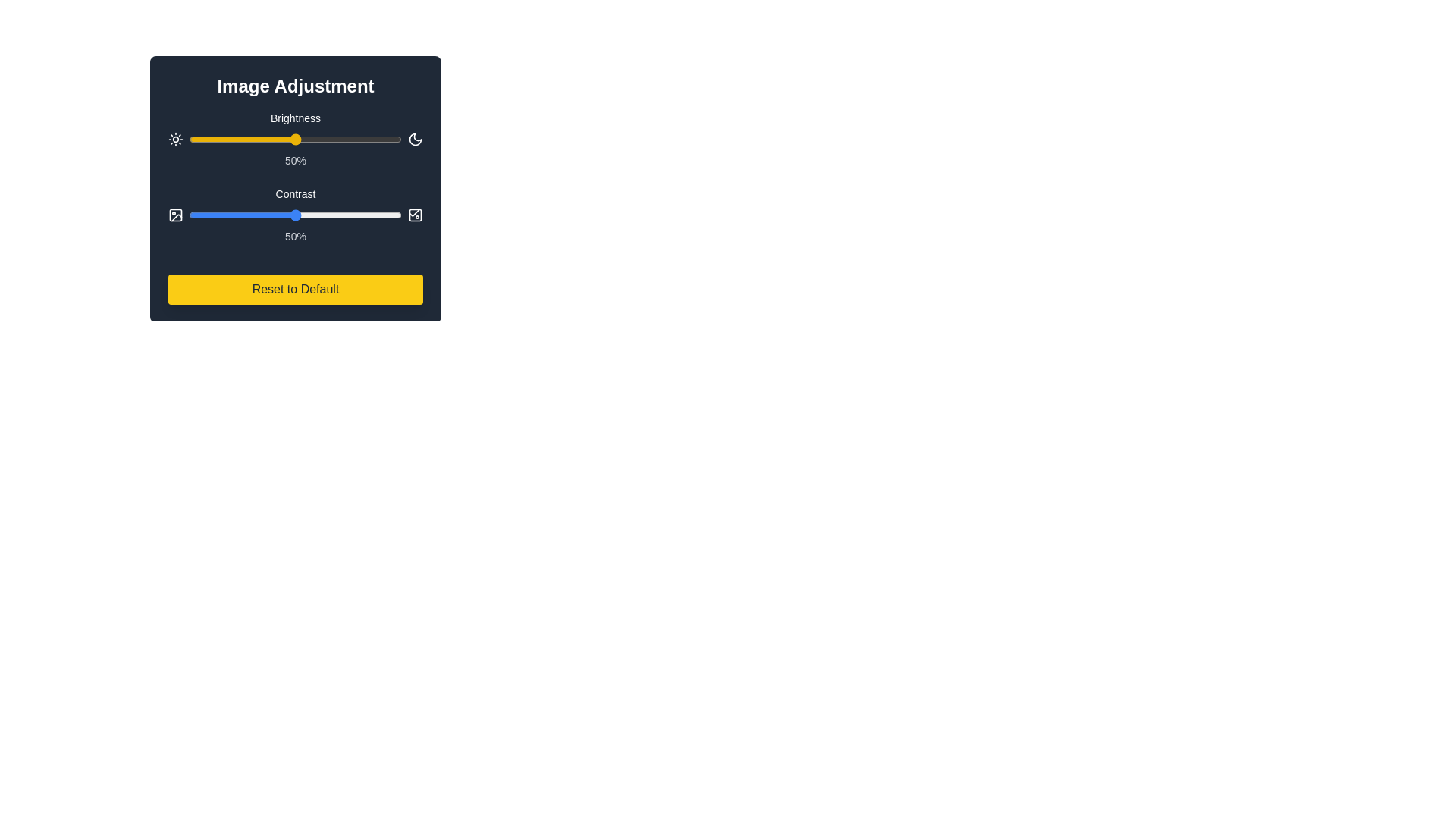  What do you see at coordinates (253, 215) in the screenshot?
I see `the contrast level` at bounding box center [253, 215].